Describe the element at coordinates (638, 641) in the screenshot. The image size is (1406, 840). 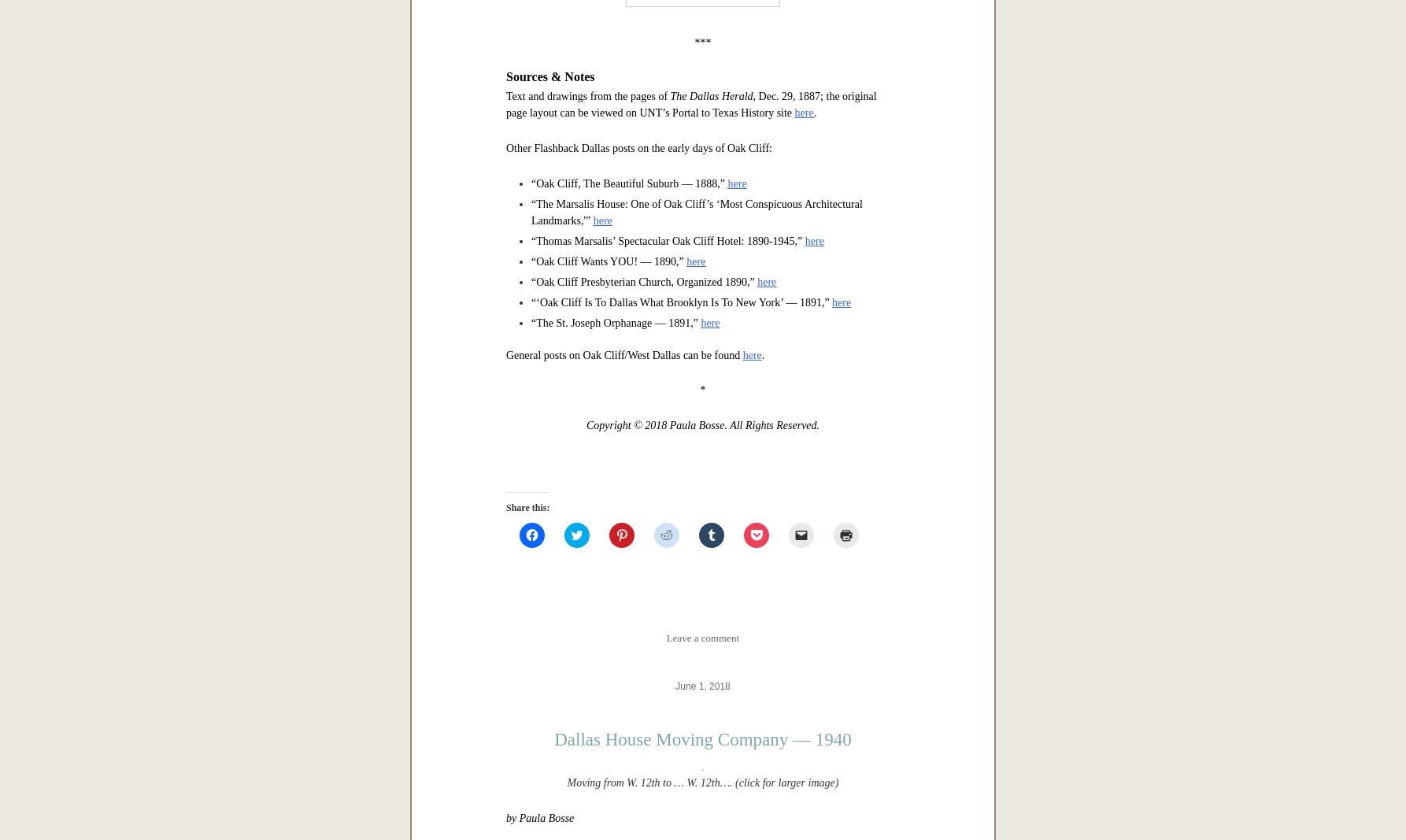
I see `'Other Flashback Dallas posts on the early days of Oak Cliff:'` at that location.